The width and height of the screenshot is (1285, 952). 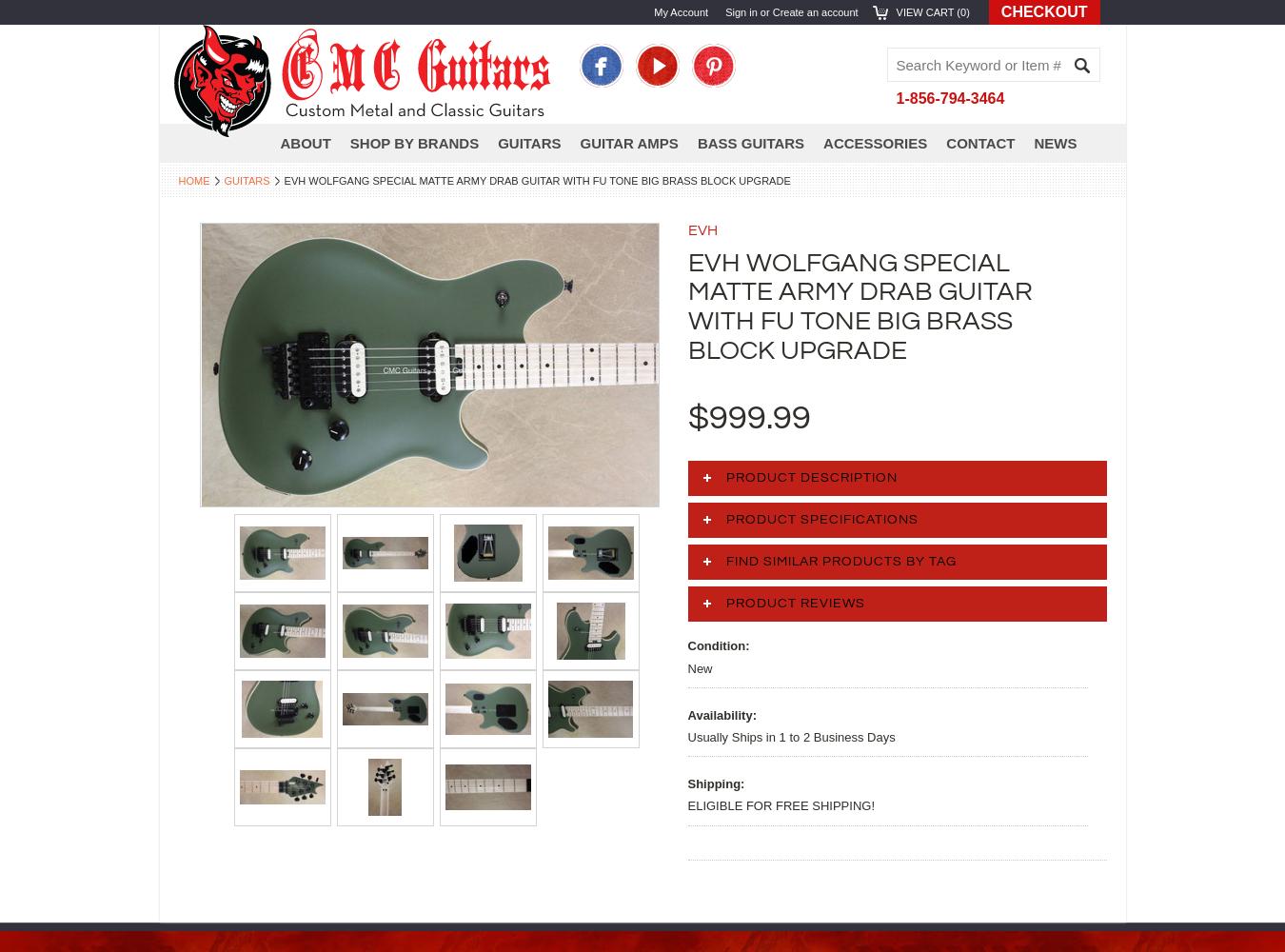 I want to click on '1-856-794-3464', so click(x=949, y=97).